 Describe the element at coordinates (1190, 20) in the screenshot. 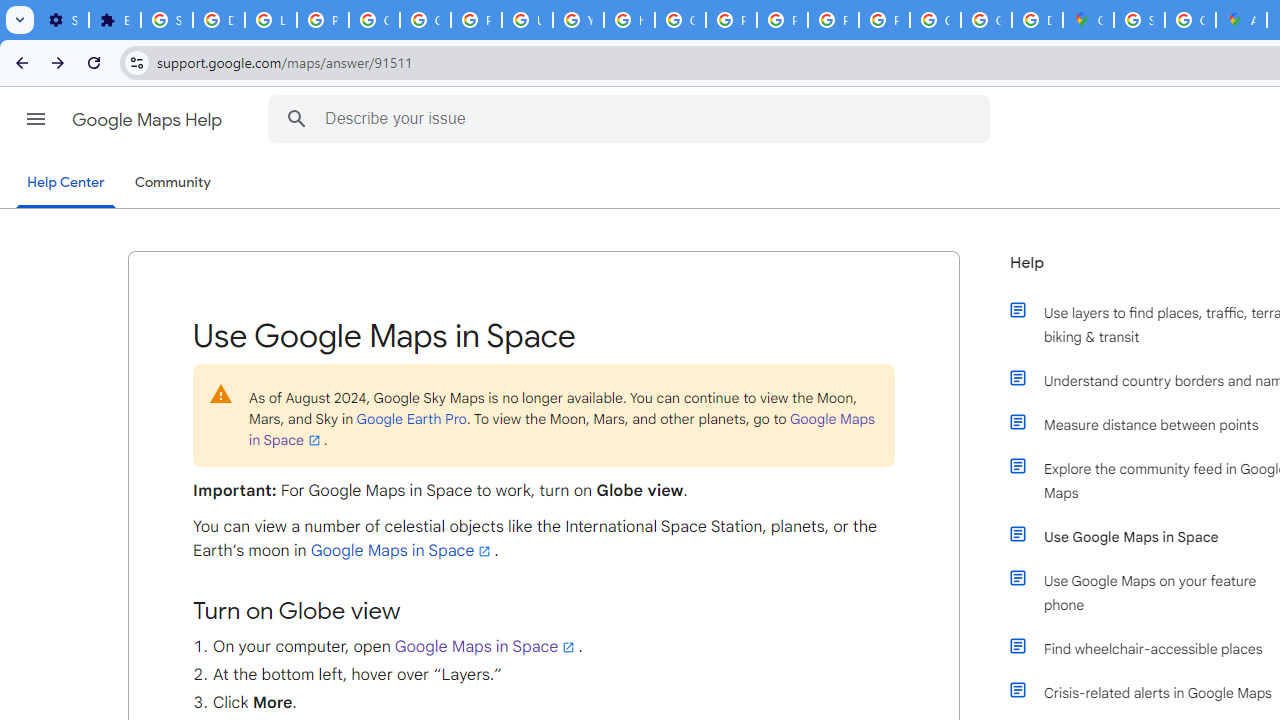

I see `'Create your Google Account'` at that location.